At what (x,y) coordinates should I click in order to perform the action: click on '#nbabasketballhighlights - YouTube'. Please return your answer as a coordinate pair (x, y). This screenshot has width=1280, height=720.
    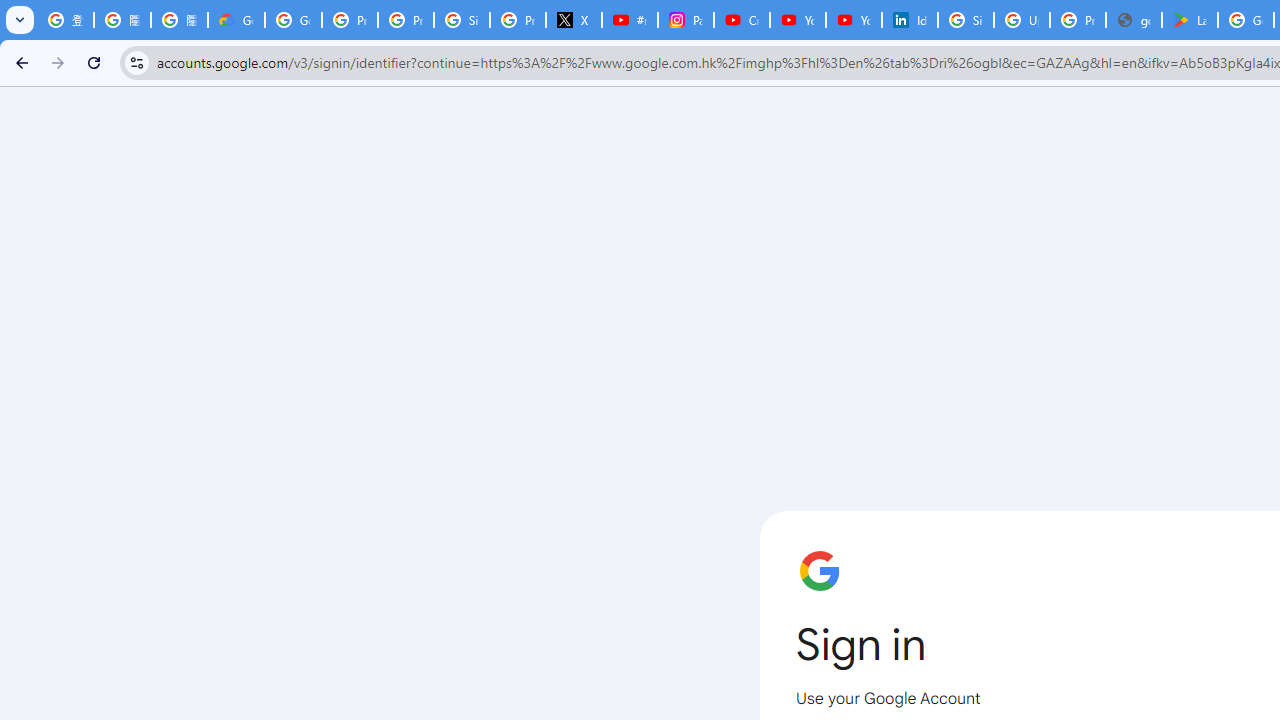
    Looking at the image, I should click on (628, 20).